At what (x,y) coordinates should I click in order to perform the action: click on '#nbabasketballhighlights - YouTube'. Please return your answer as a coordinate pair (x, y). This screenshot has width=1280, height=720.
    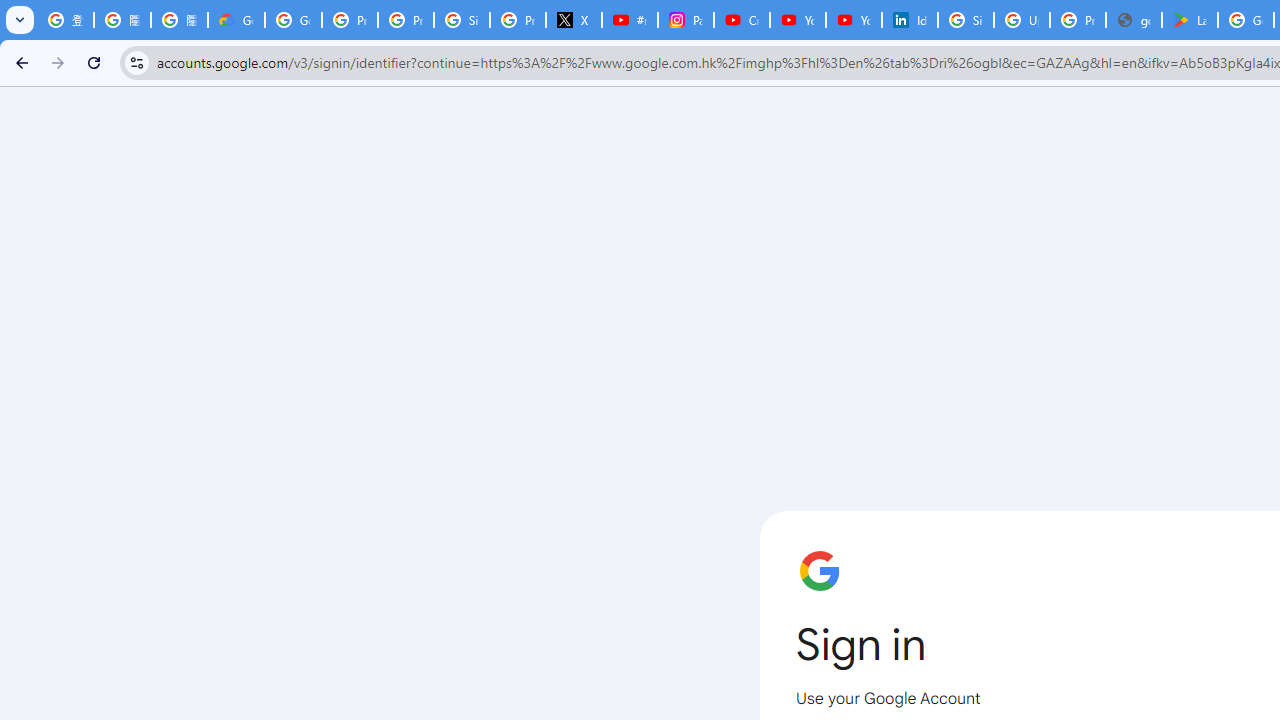
    Looking at the image, I should click on (628, 20).